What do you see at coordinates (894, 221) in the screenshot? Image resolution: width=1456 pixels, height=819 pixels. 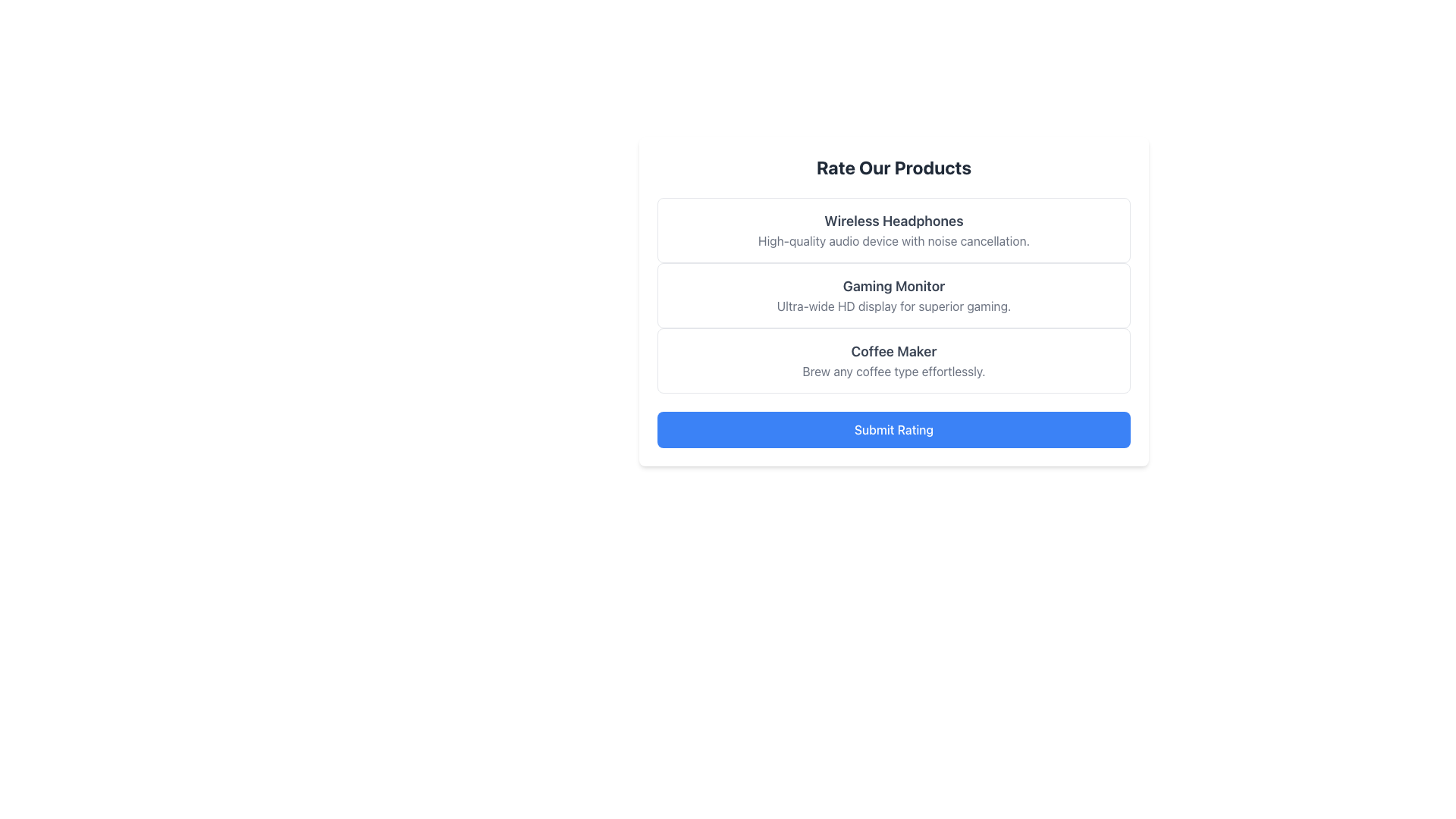 I see `the text label that reads 'Wireless Headphones', which is located at the top of its card-like structure in the central area of the layout under the 'Rate Our Products' header` at bounding box center [894, 221].